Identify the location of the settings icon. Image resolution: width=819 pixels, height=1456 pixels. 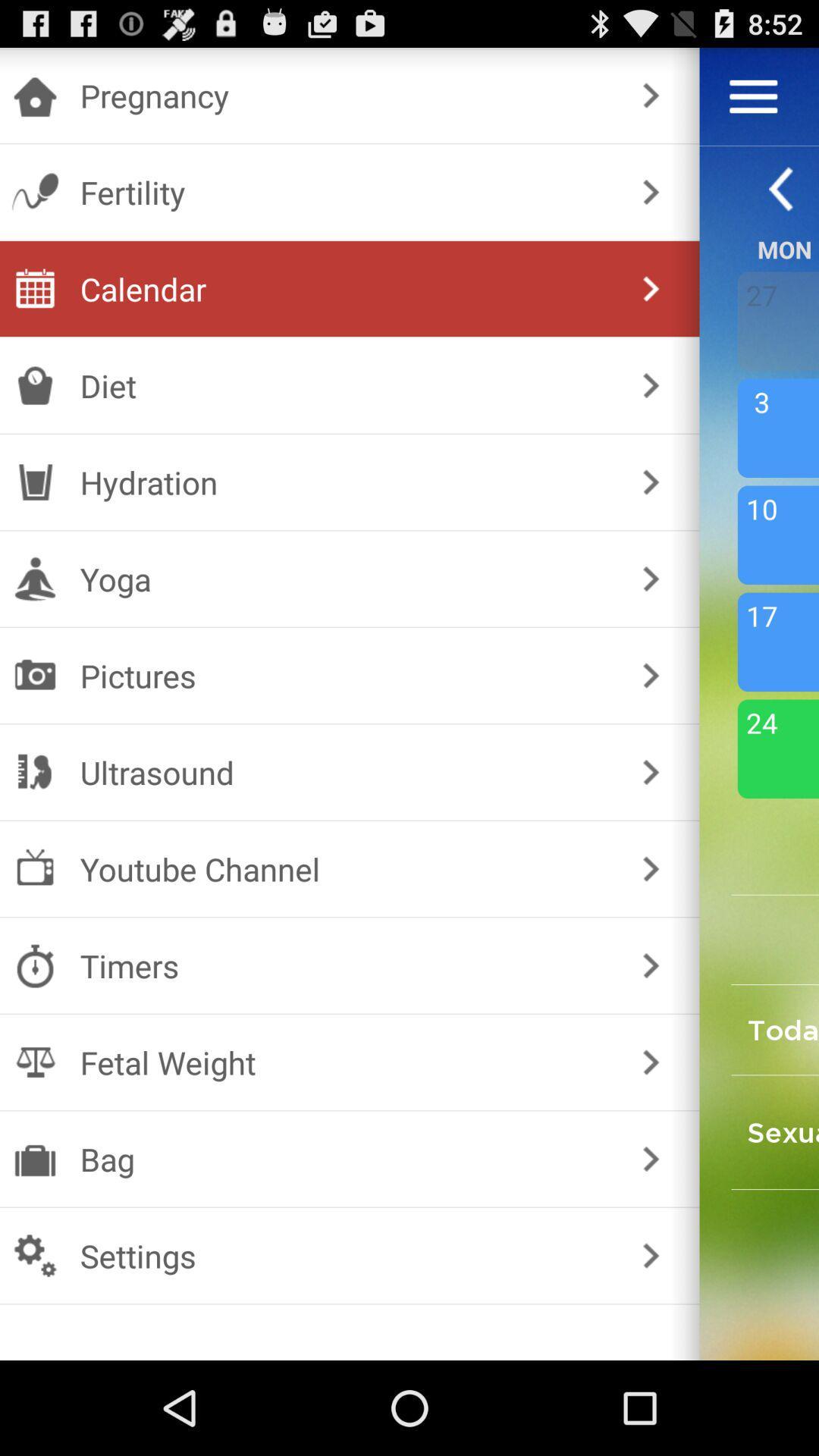
(347, 1256).